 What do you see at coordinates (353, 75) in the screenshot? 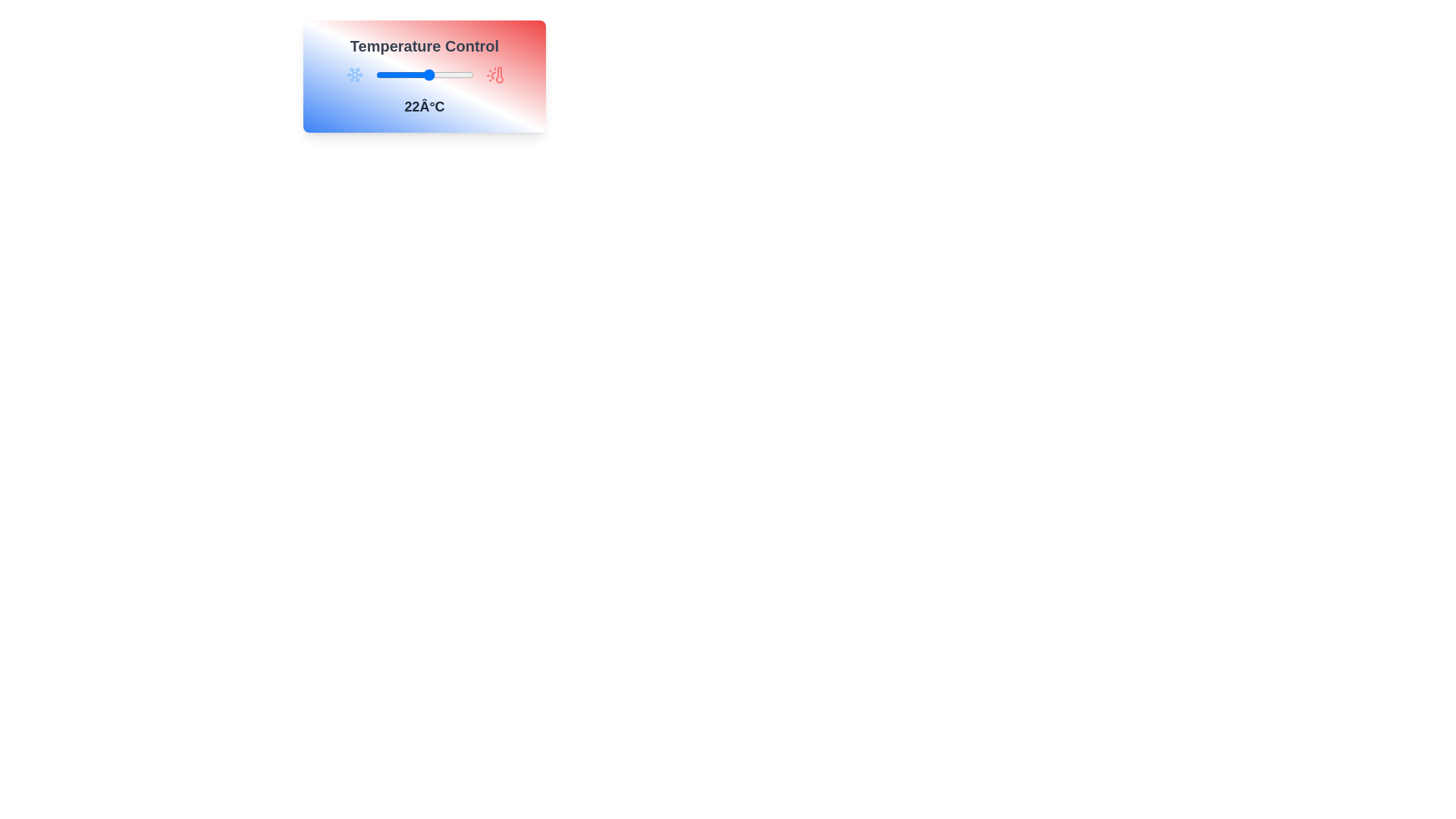
I see `the thermometer icon to the left of the slider` at bounding box center [353, 75].